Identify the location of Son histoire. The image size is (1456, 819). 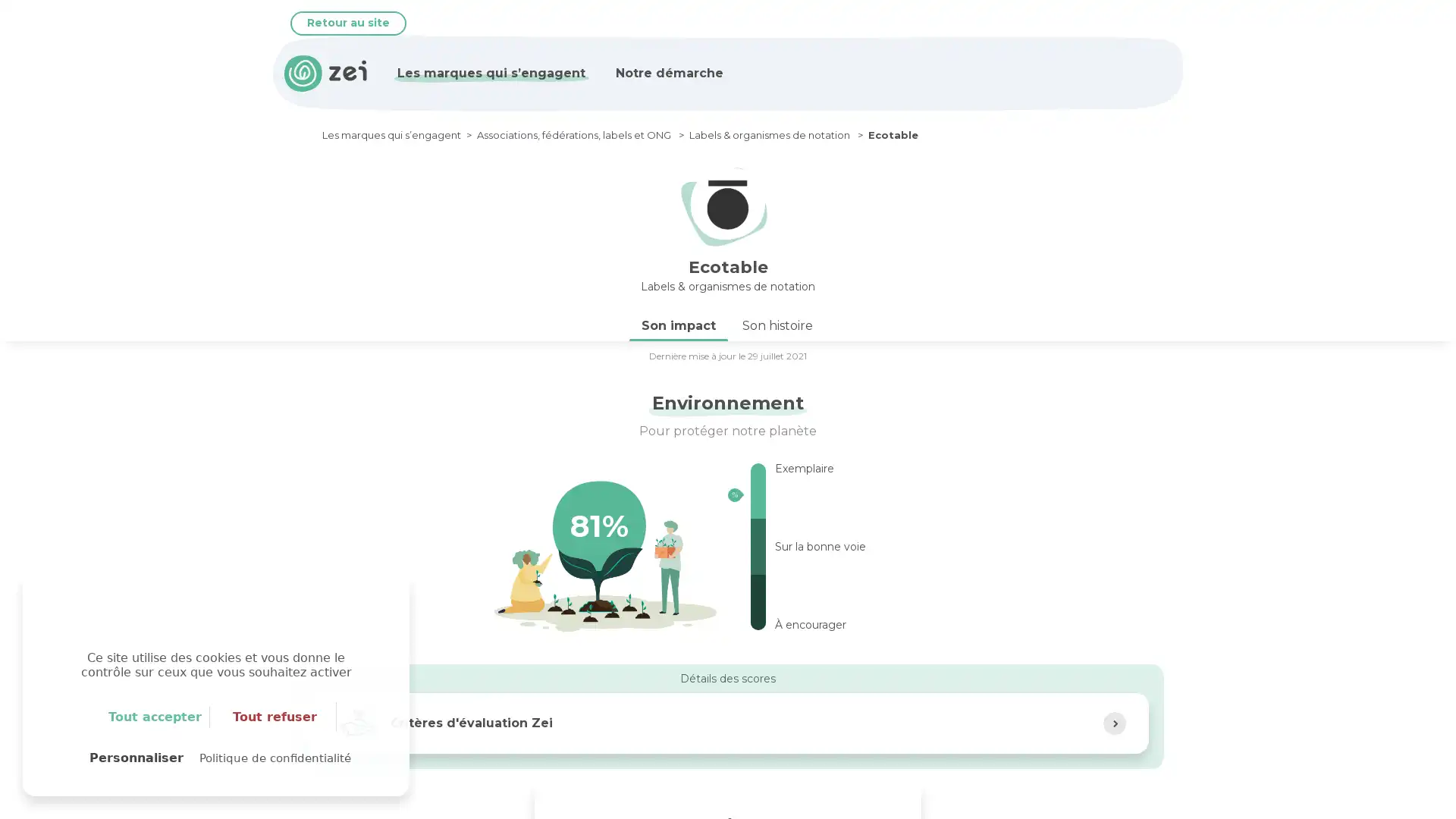
(777, 324).